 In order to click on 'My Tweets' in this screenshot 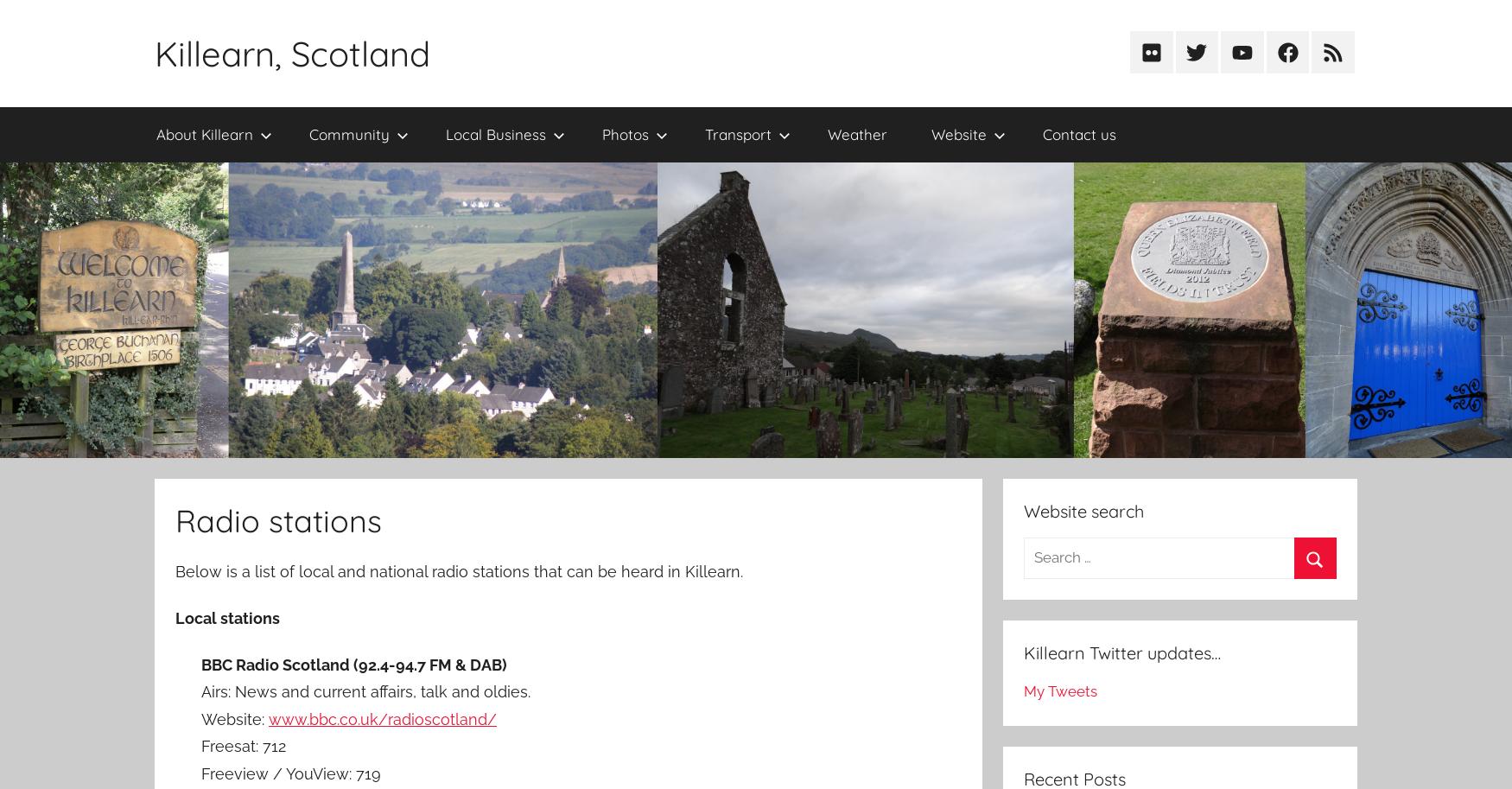, I will do `click(1059, 690)`.